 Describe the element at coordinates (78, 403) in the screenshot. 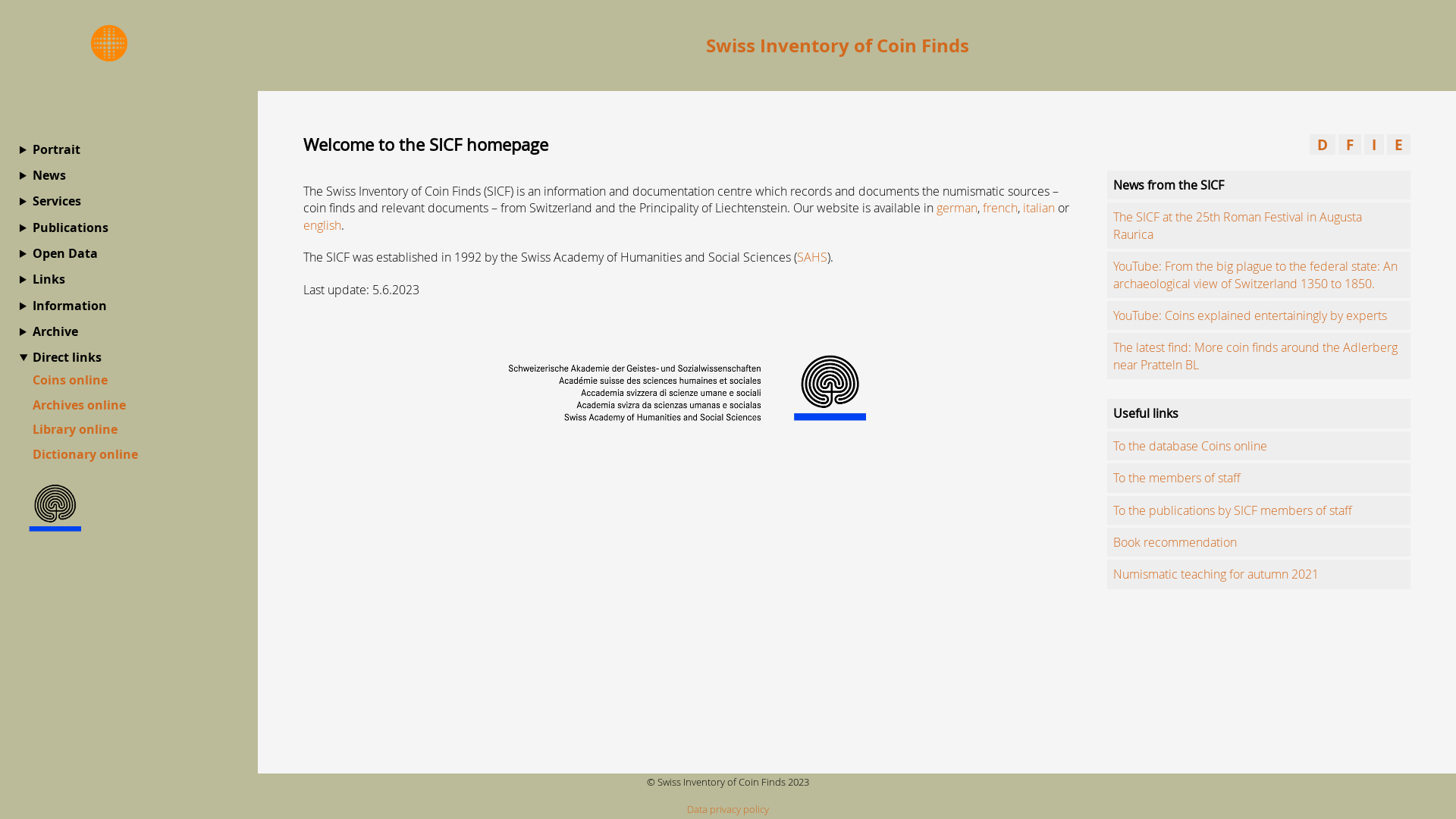

I see `'Archives online'` at that location.